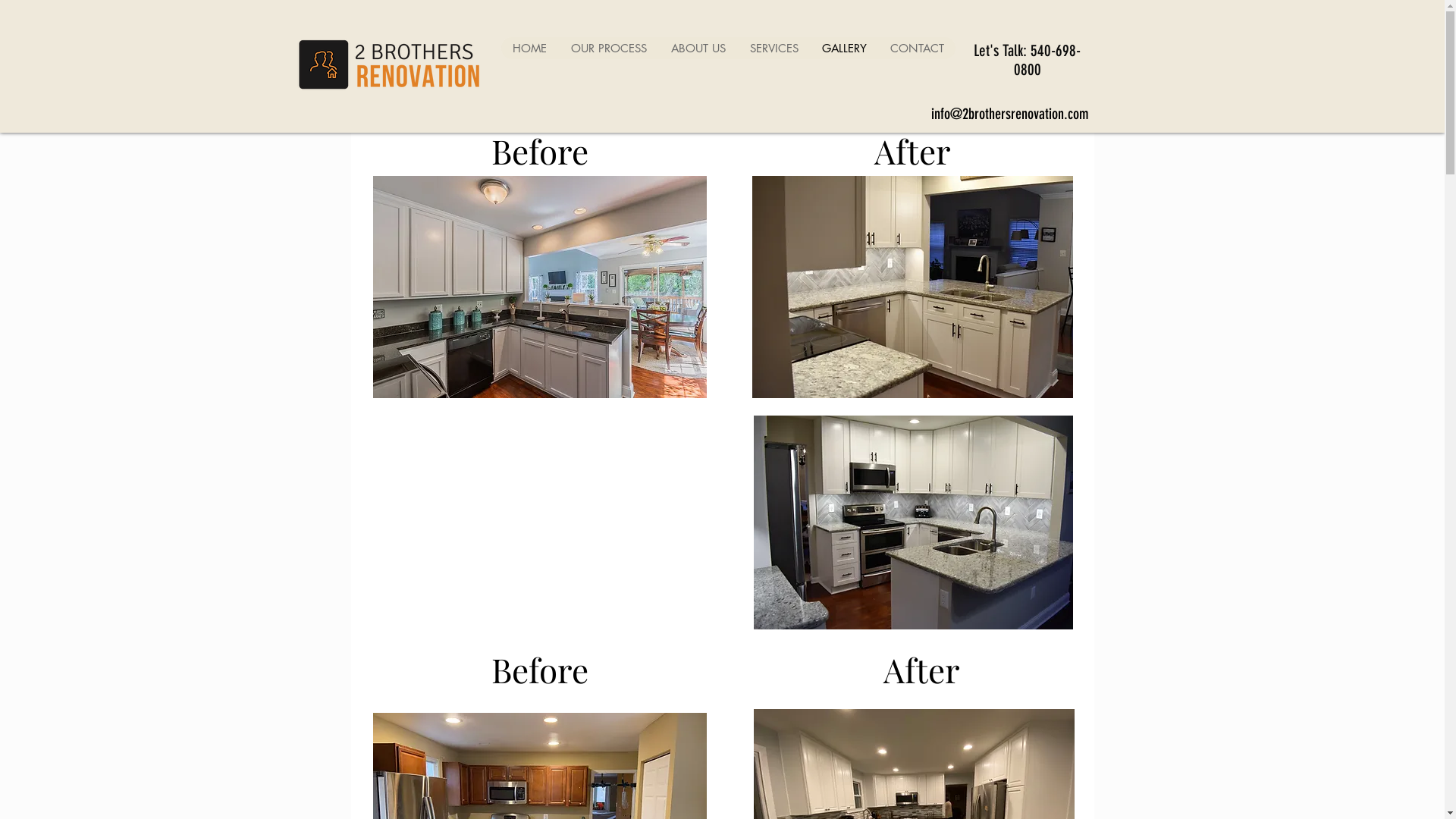  Describe the element at coordinates (607, 47) in the screenshot. I see `'OUR PROCESS'` at that location.